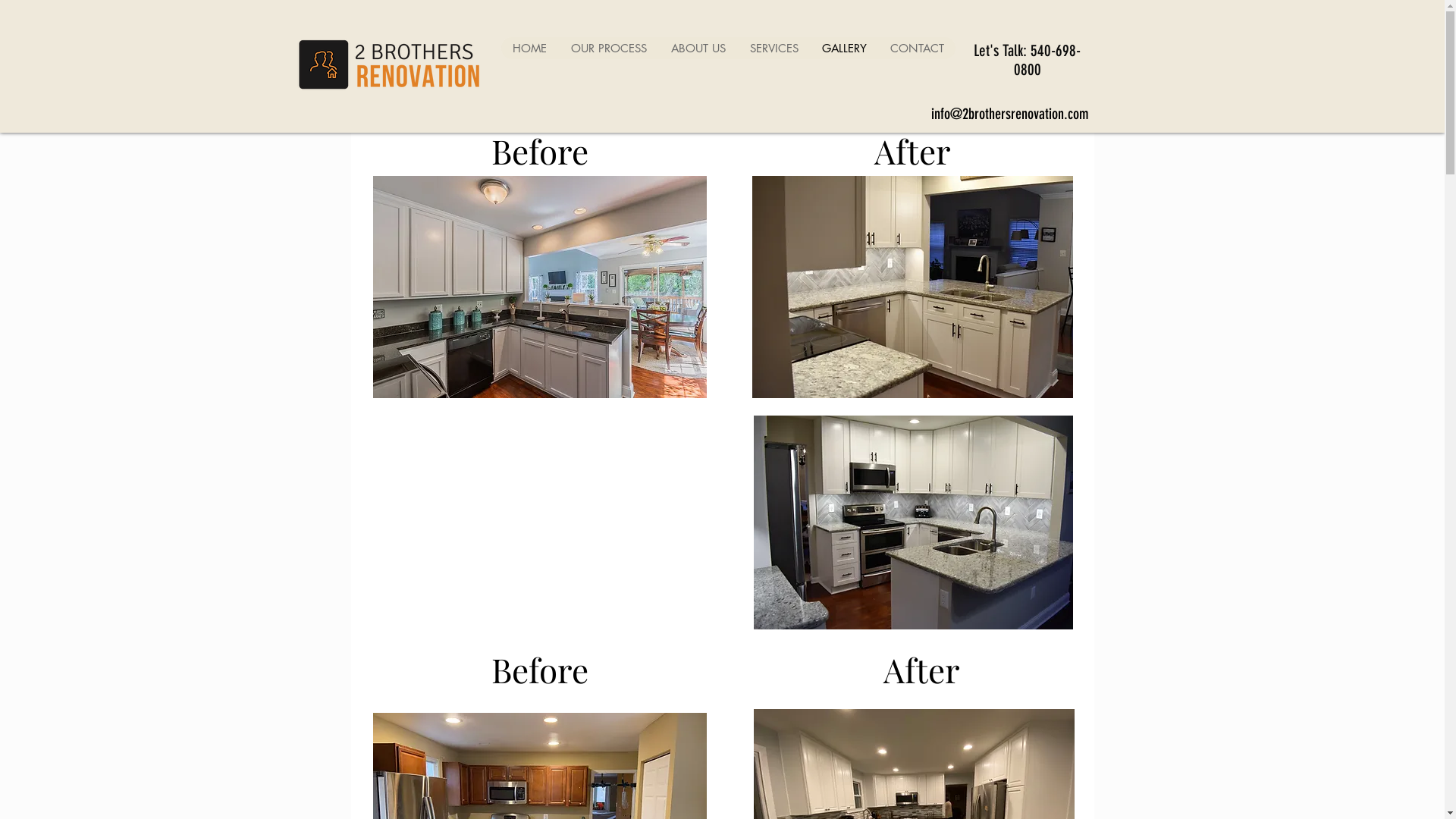  Describe the element at coordinates (607, 47) in the screenshot. I see `'OUR PROCESS'` at that location.